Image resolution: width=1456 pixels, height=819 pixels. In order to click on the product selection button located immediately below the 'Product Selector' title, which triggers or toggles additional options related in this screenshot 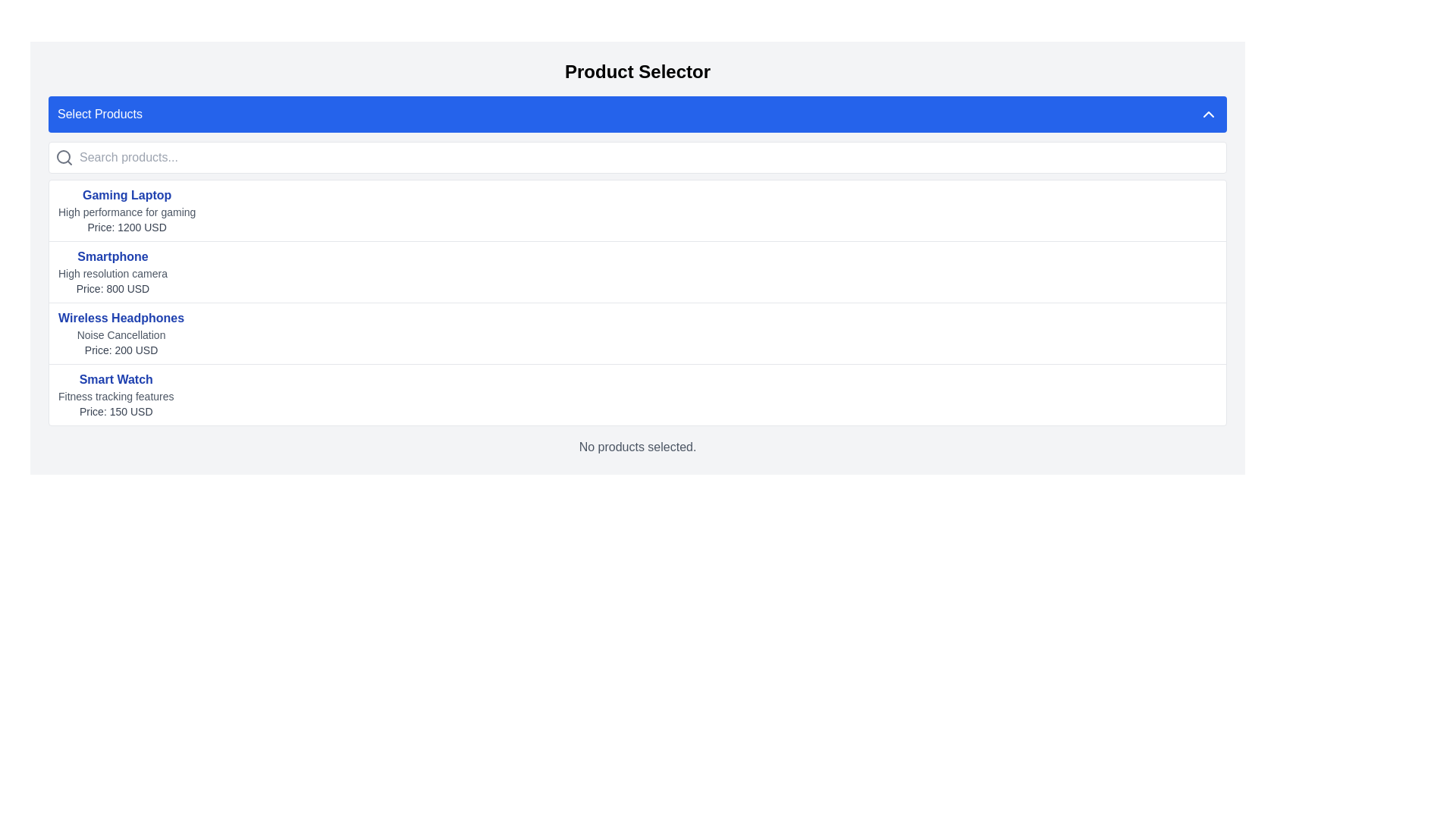, I will do `click(637, 113)`.